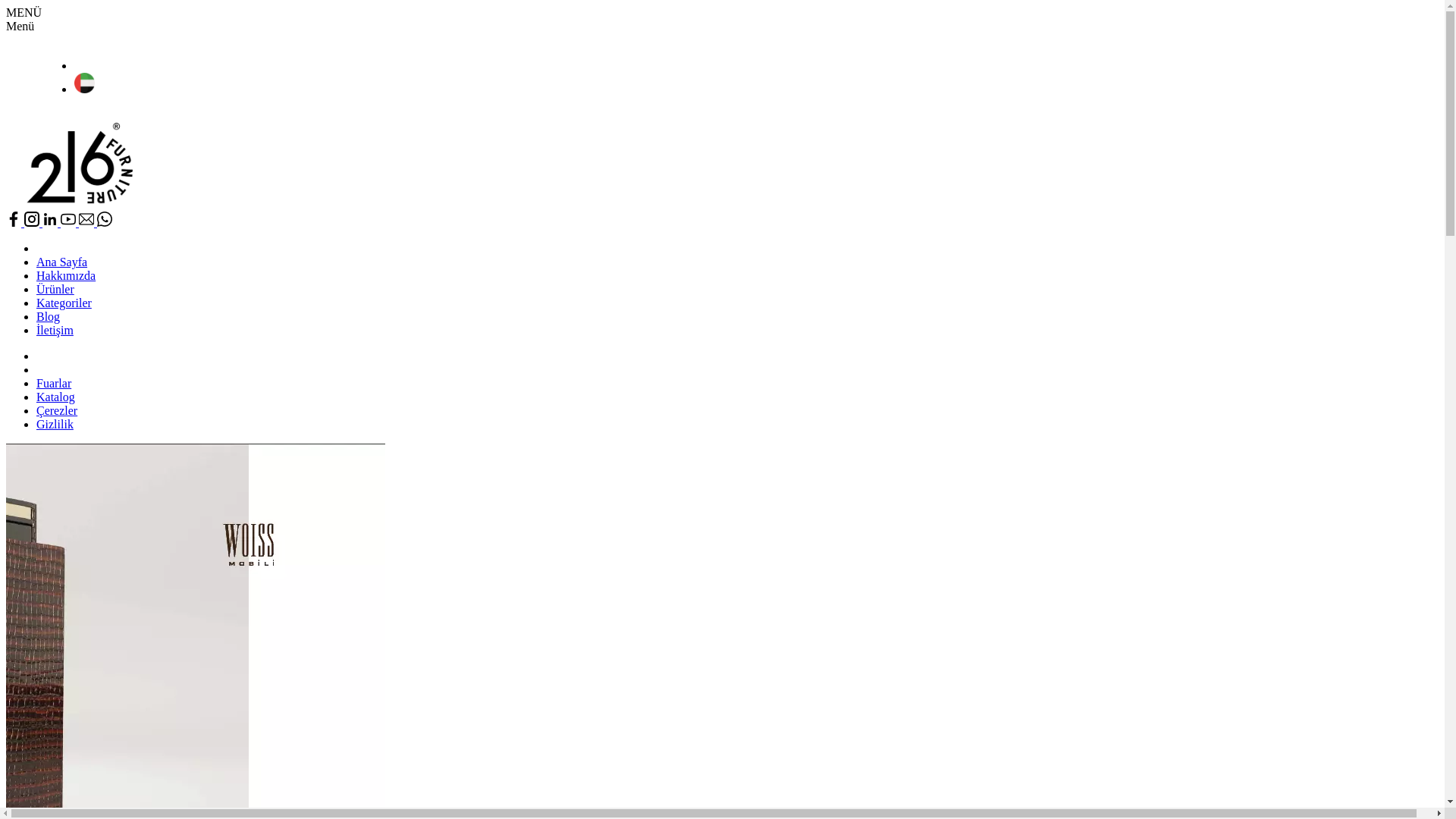  I want to click on 'Fuarlar', so click(54, 382).